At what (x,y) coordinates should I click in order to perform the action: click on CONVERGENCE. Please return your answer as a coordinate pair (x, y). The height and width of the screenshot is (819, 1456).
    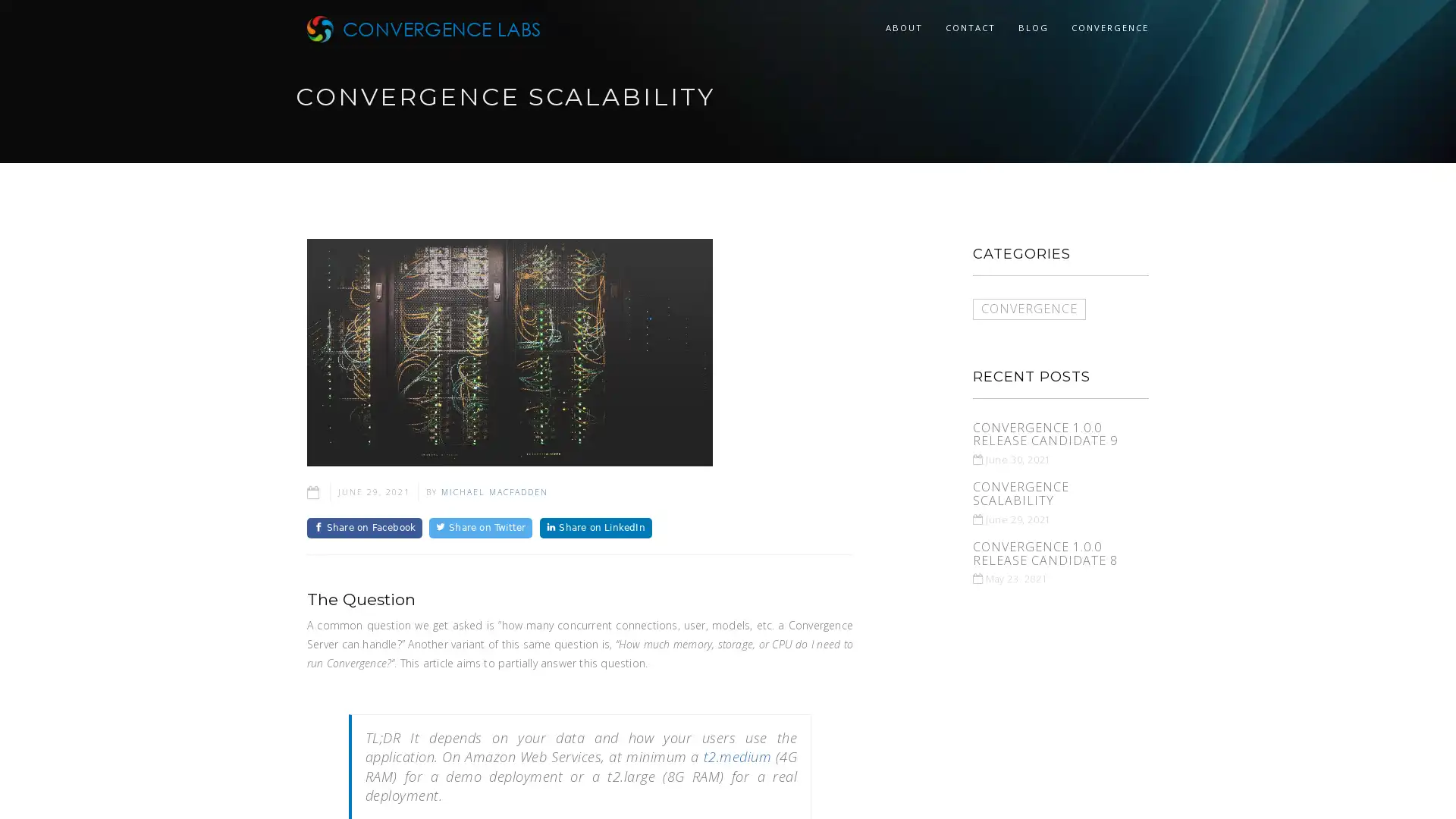
    Looking at the image, I should click on (1110, 28).